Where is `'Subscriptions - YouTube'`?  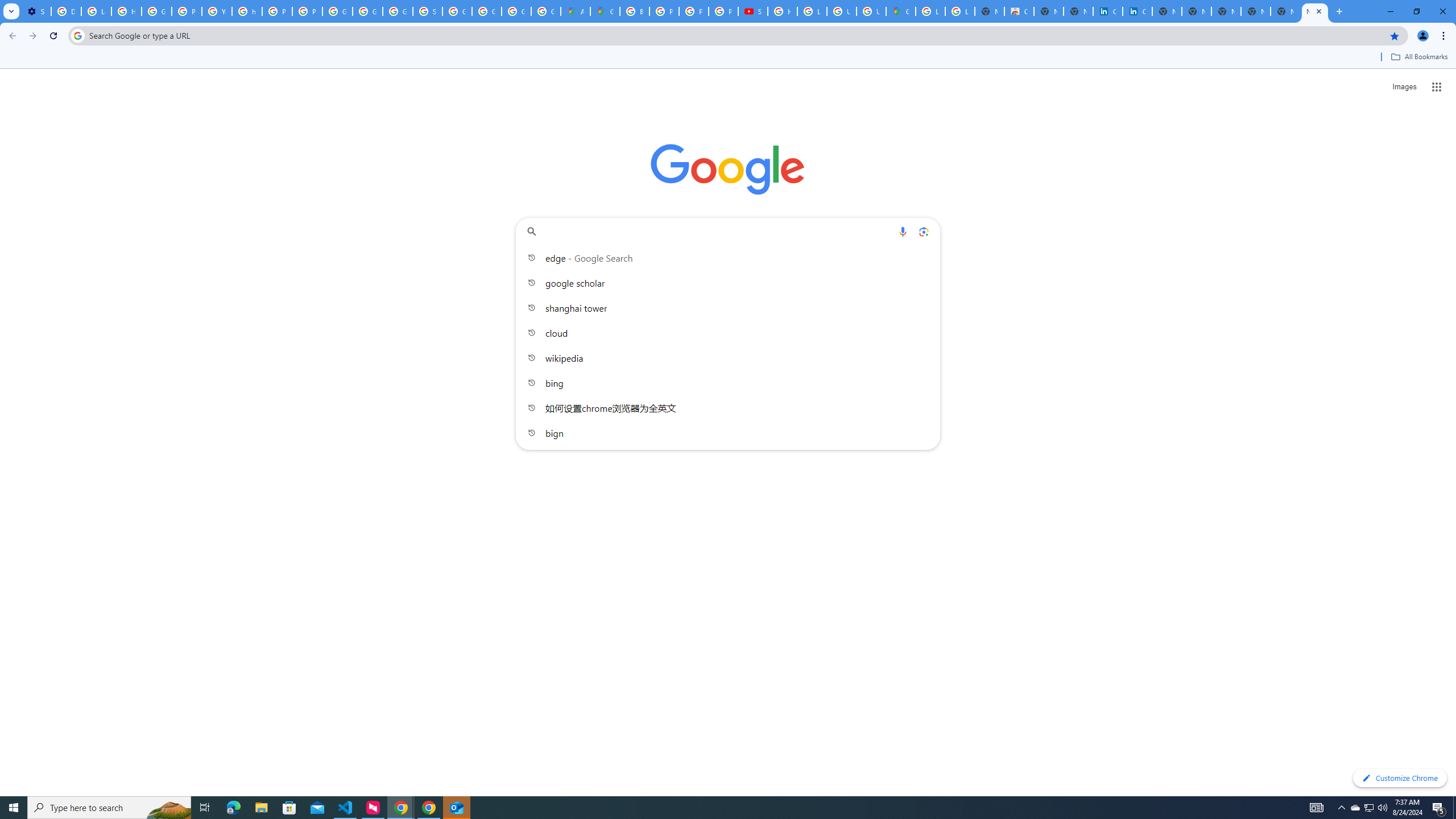 'Subscriptions - YouTube' is located at coordinates (753, 11).